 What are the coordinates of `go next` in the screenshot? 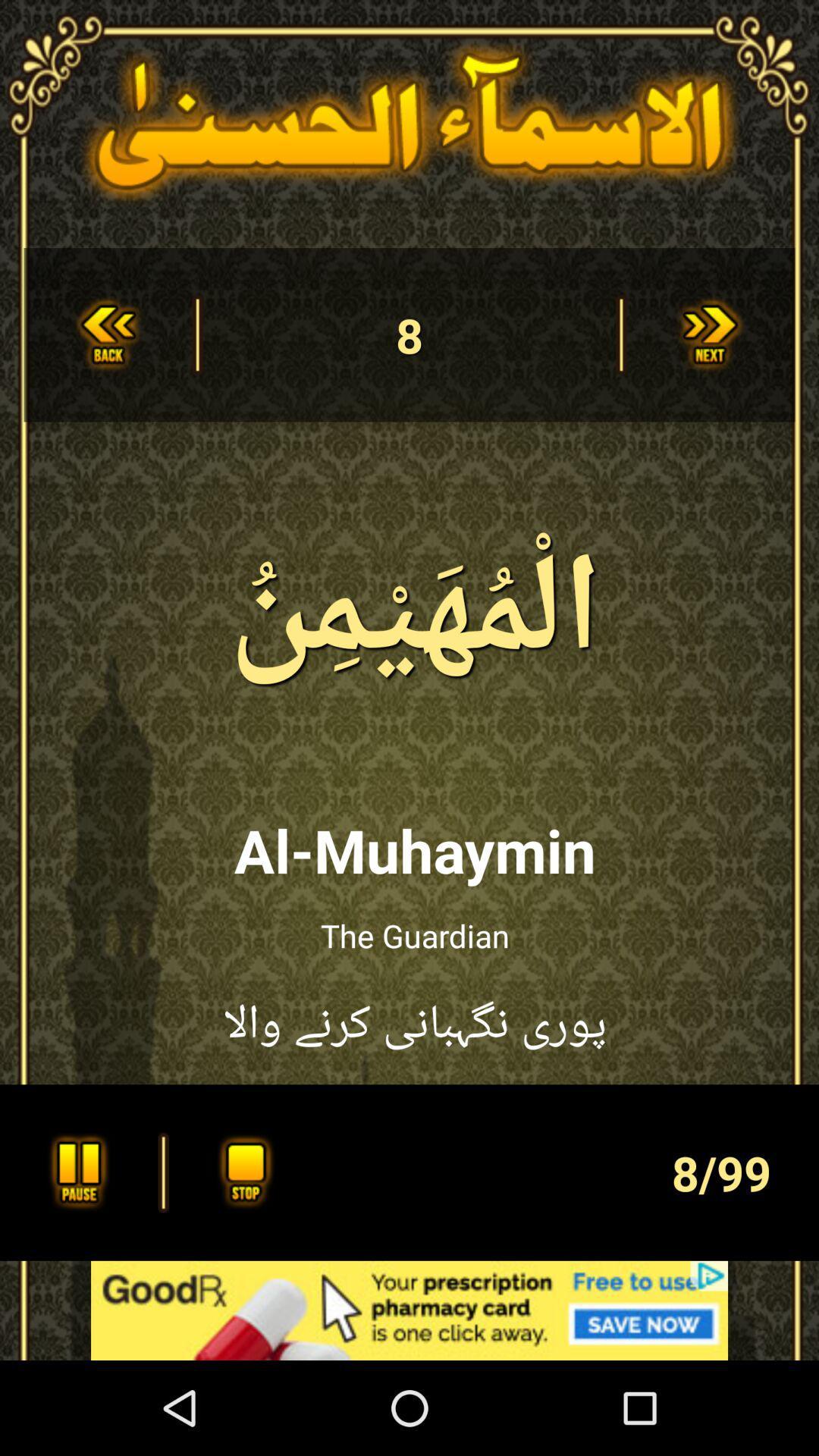 It's located at (711, 334).